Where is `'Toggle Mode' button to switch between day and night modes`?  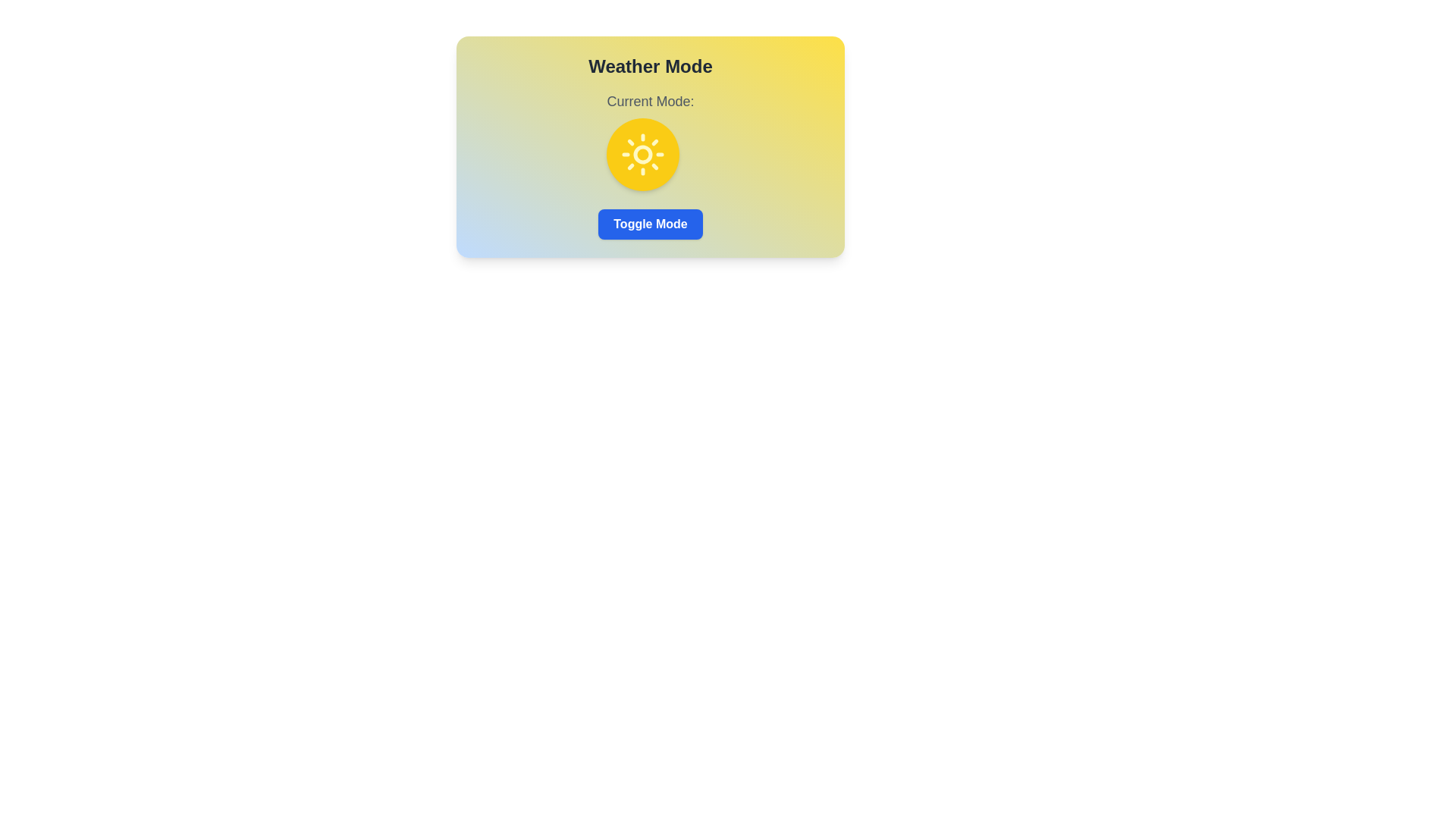 'Toggle Mode' button to switch between day and night modes is located at coordinates (651, 224).